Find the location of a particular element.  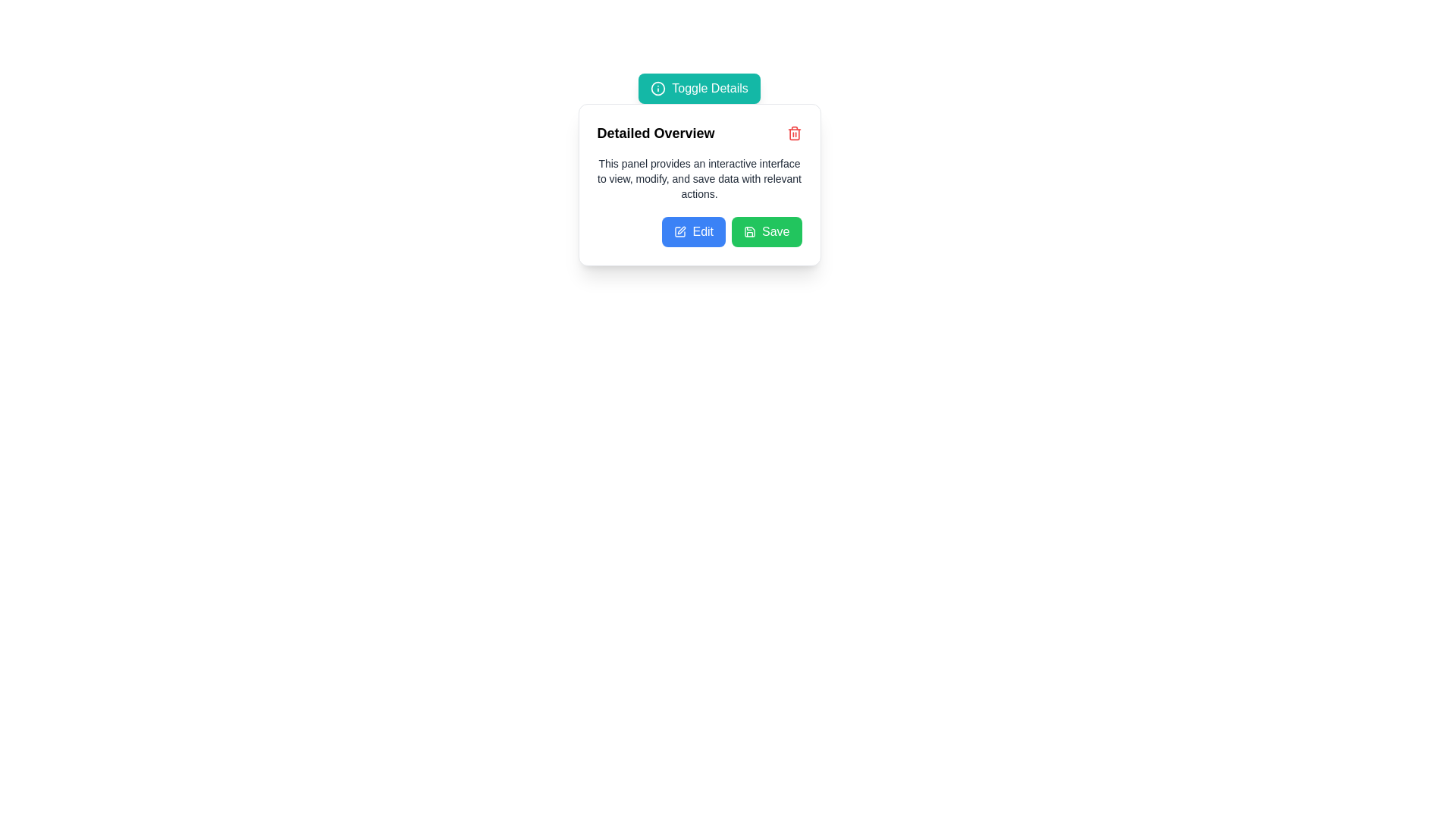

the circular info icon with a teal background and white outline, located on the left side of the 'Toggle Details' button is located at coordinates (658, 88).